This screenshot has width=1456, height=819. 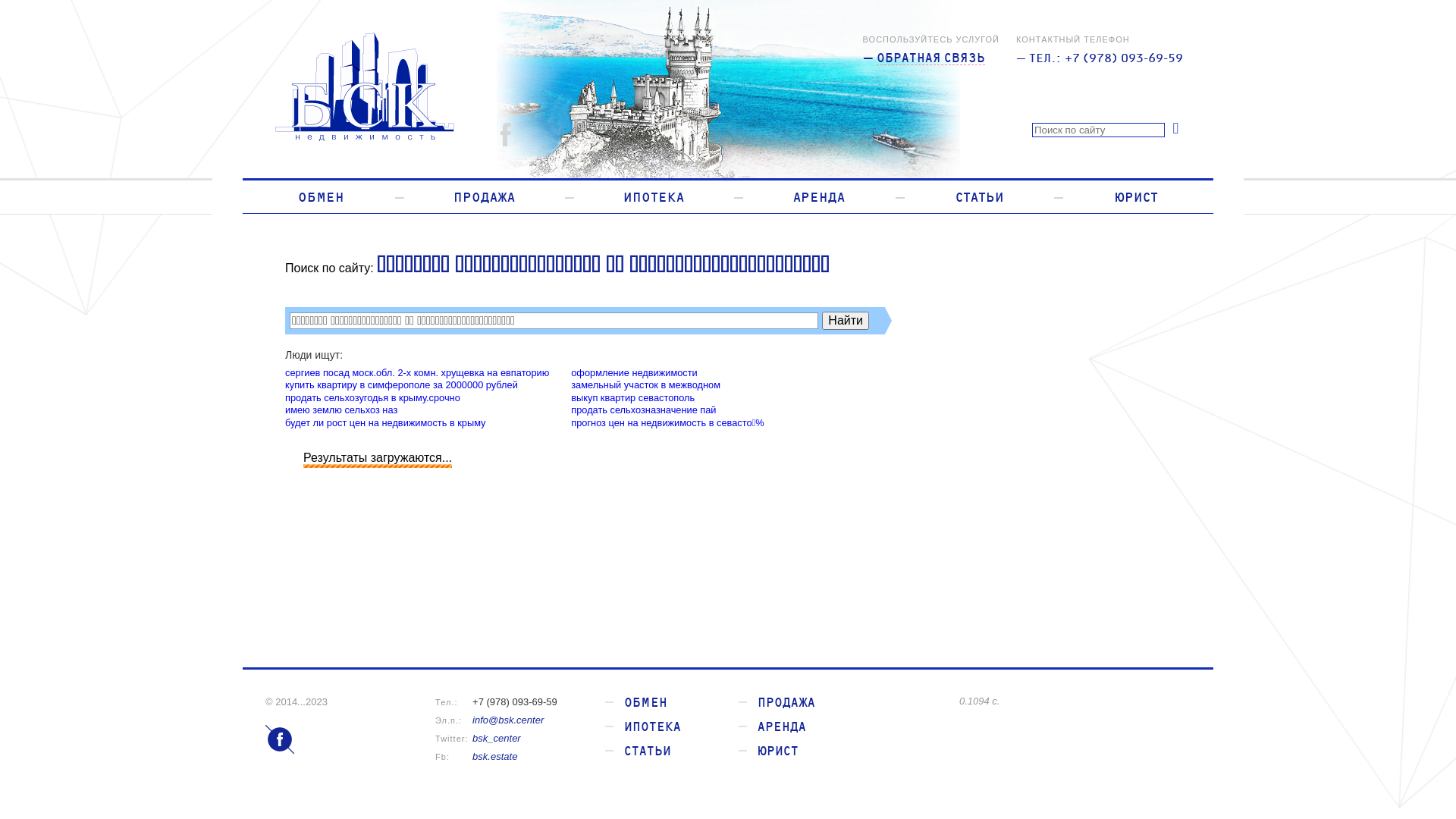 What do you see at coordinates (494, 756) in the screenshot?
I see `'bsk.estate'` at bounding box center [494, 756].